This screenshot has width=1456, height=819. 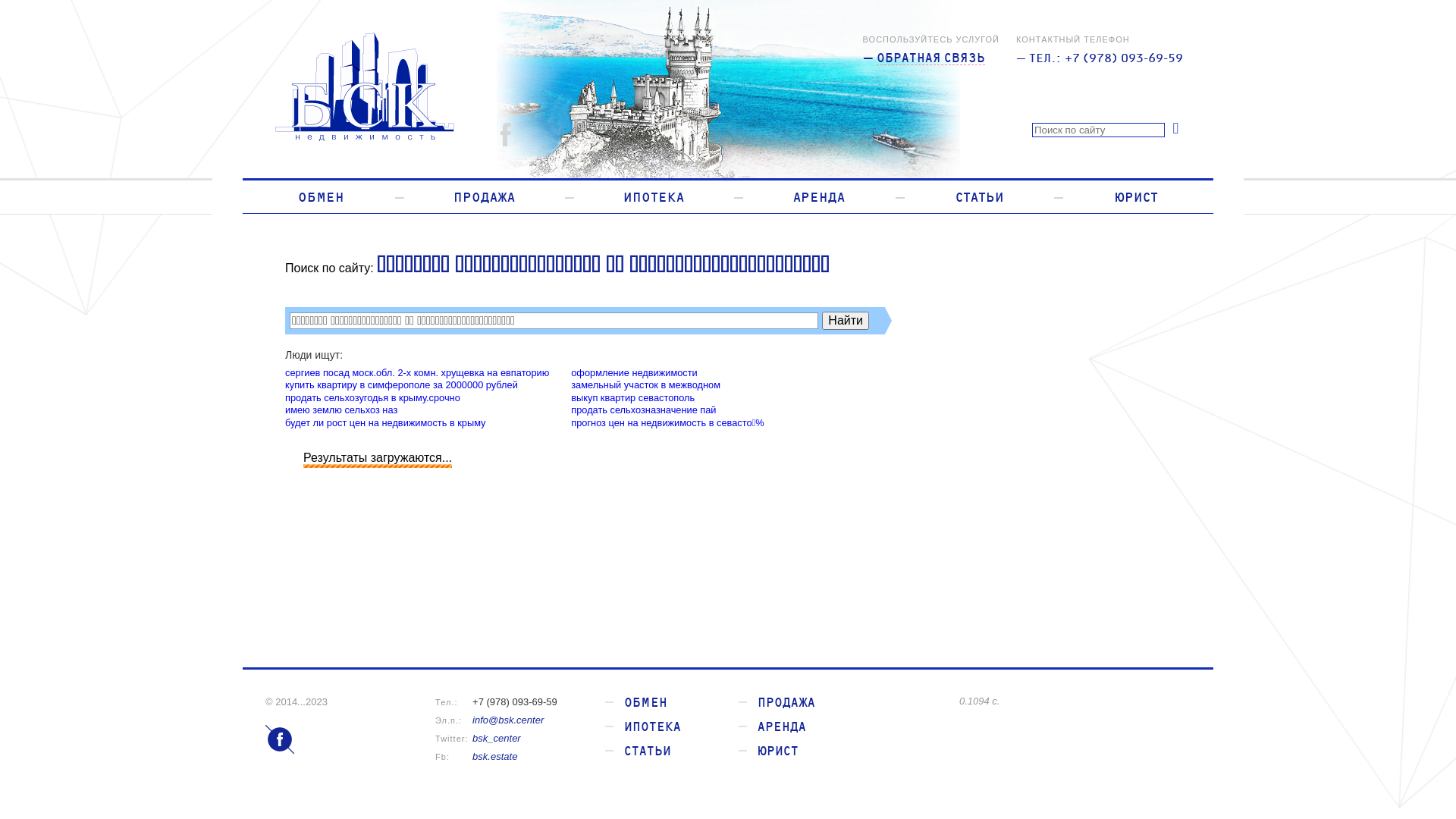 What do you see at coordinates (494, 756) in the screenshot?
I see `'bsk.estate'` at bounding box center [494, 756].